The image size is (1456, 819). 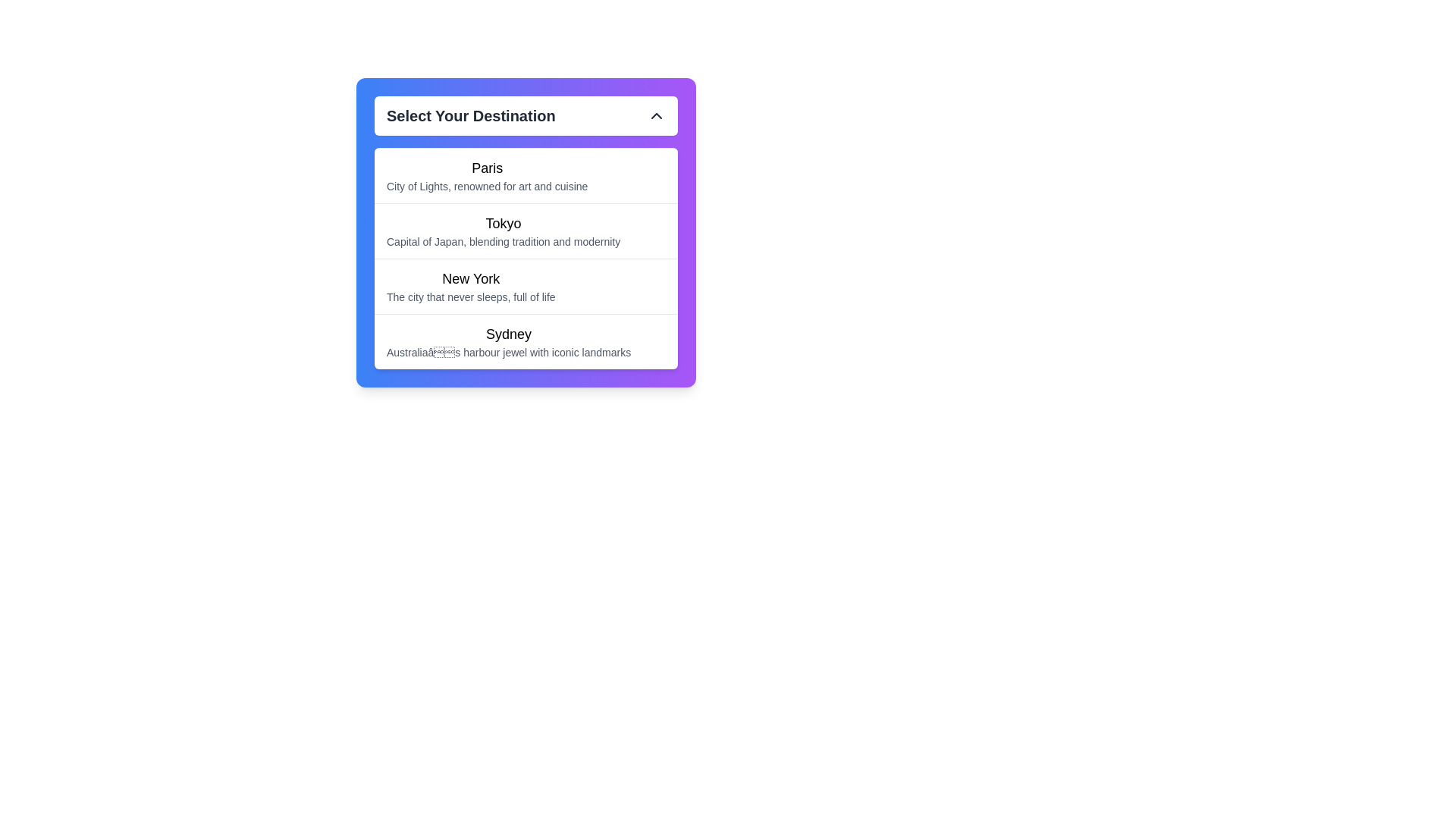 I want to click on the text label displaying 'Sydney', which is located in the bottom section of the 'Select Your Destination' interface card, above the description text 'Australia’s harbour jewel with iconic landmarks', so click(x=509, y=333).